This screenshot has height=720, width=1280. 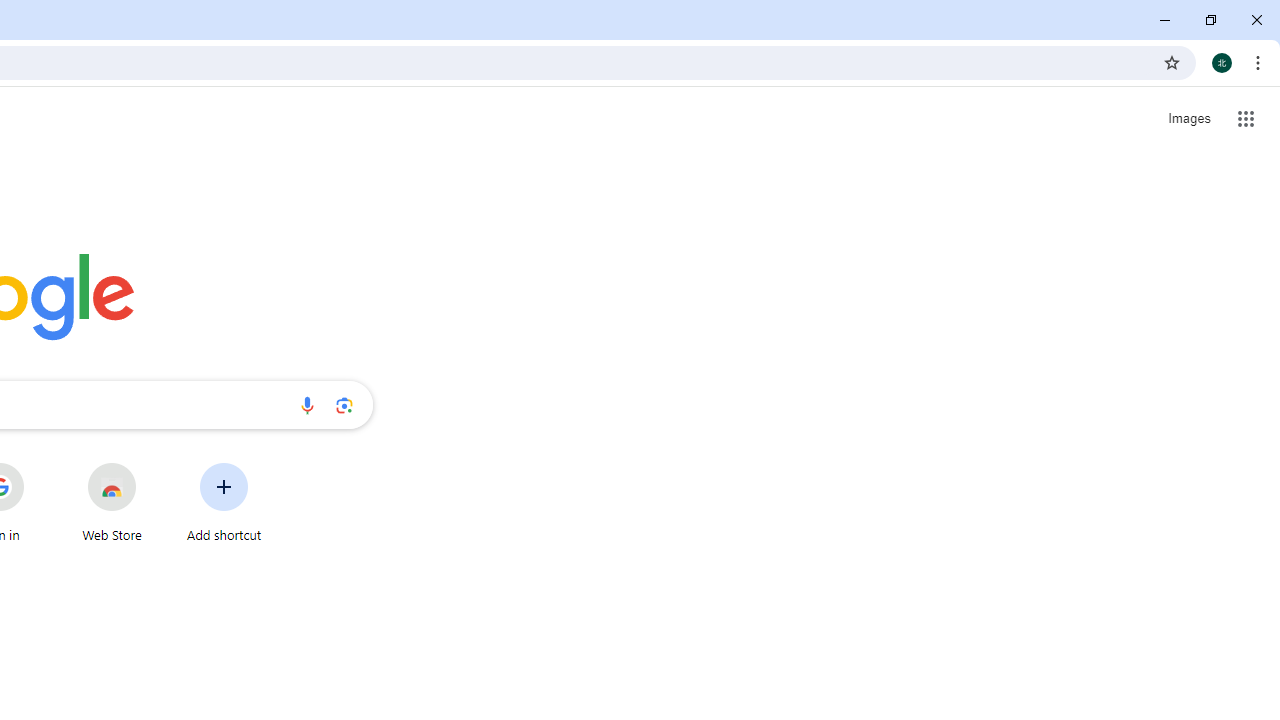 What do you see at coordinates (111, 501) in the screenshot?
I see `'Web Store'` at bounding box center [111, 501].